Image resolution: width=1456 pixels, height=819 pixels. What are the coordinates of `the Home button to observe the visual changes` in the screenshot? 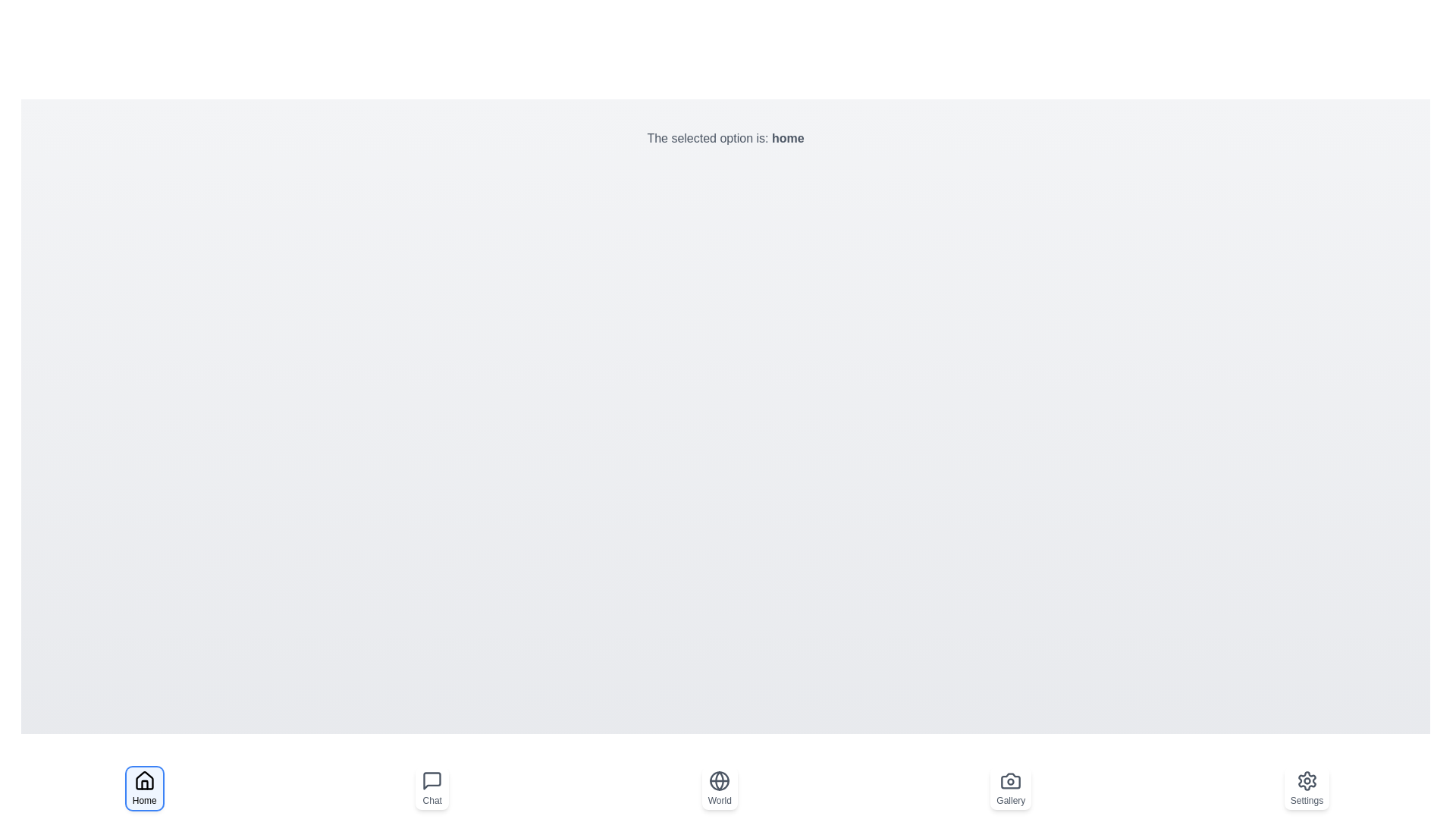 It's located at (144, 788).